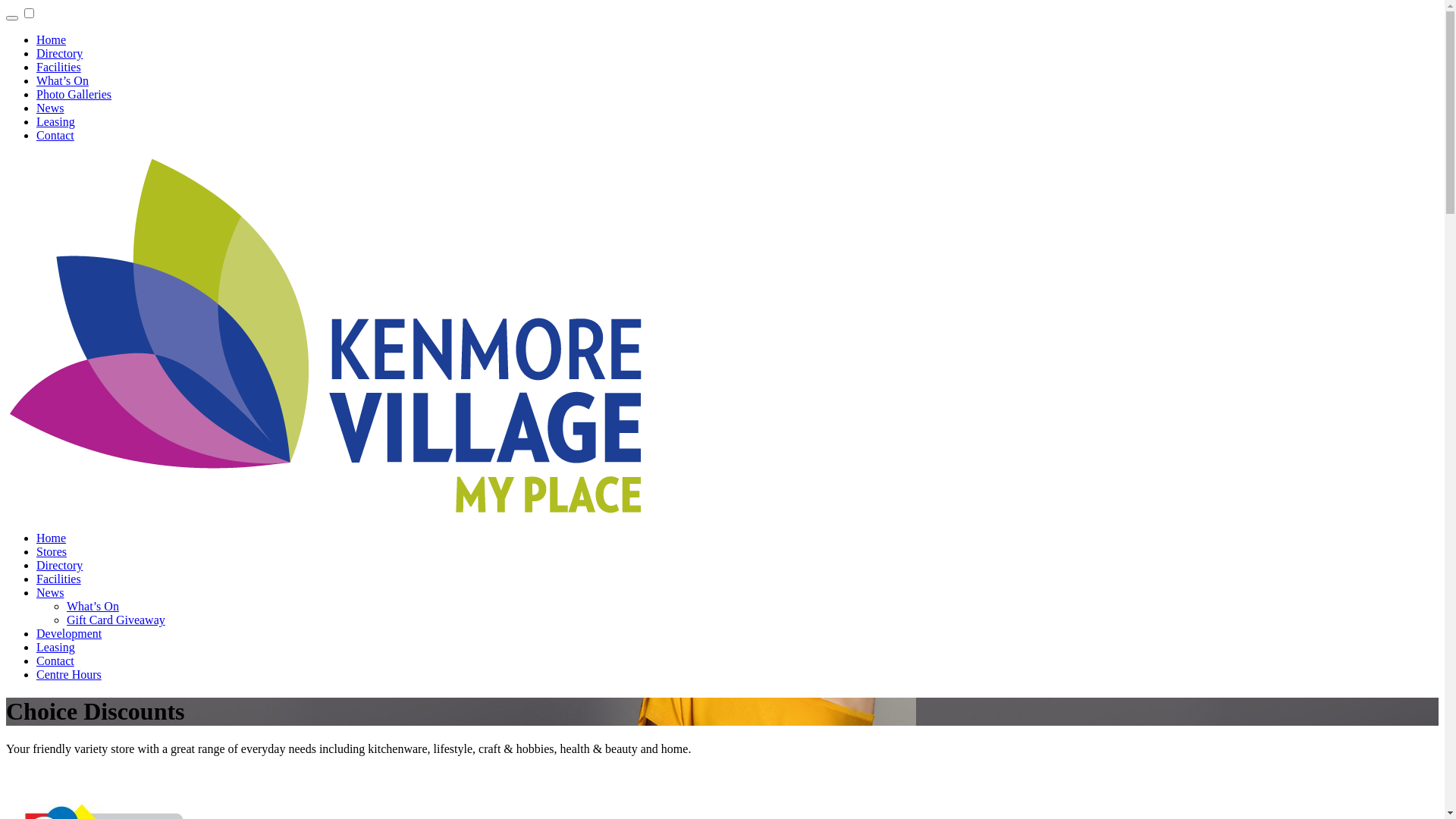  What do you see at coordinates (58, 579) in the screenshot?
I see `'Facilities'` at bounding box center [58, 579].